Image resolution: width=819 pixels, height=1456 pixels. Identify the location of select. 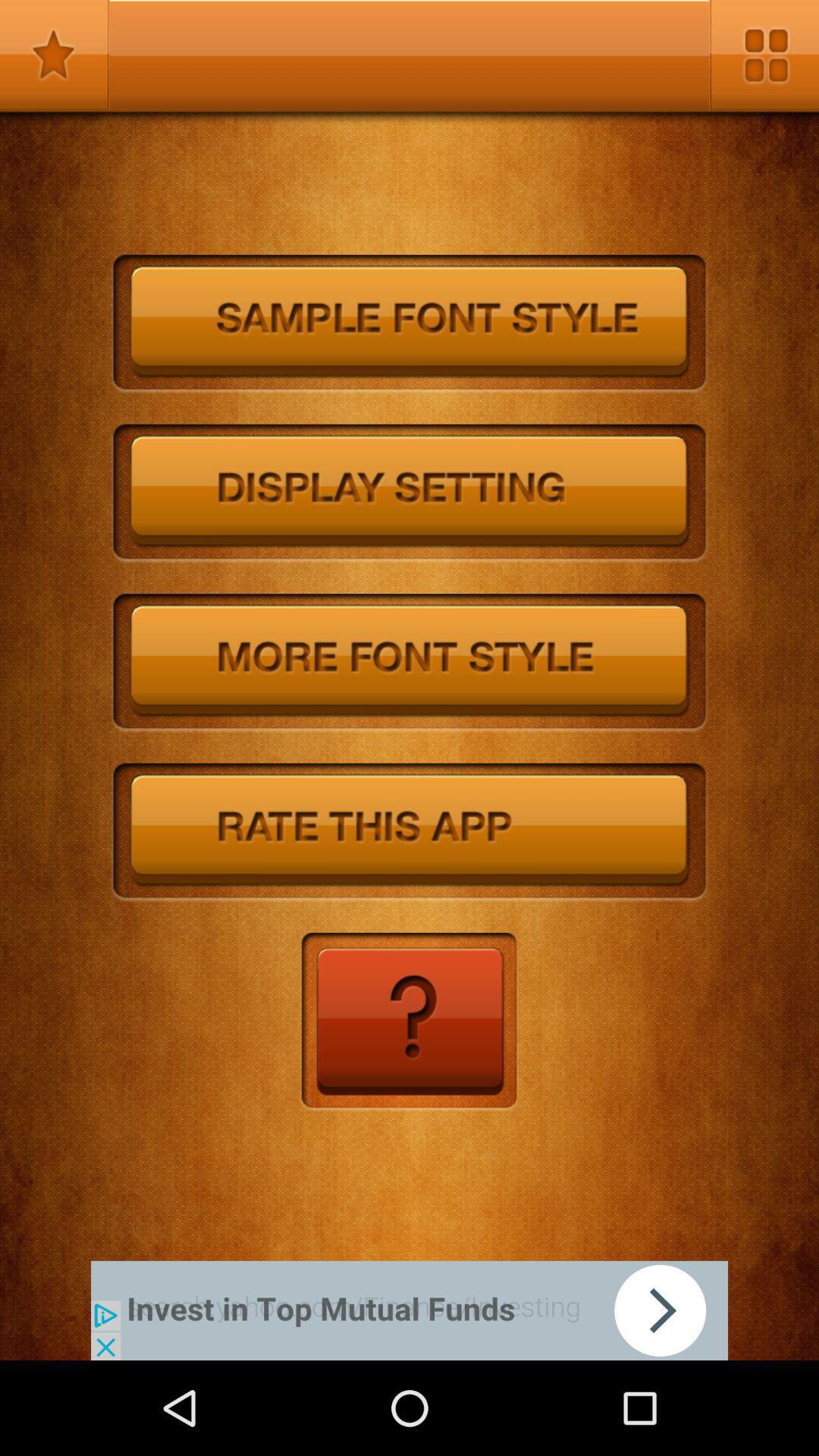
(409, 663).